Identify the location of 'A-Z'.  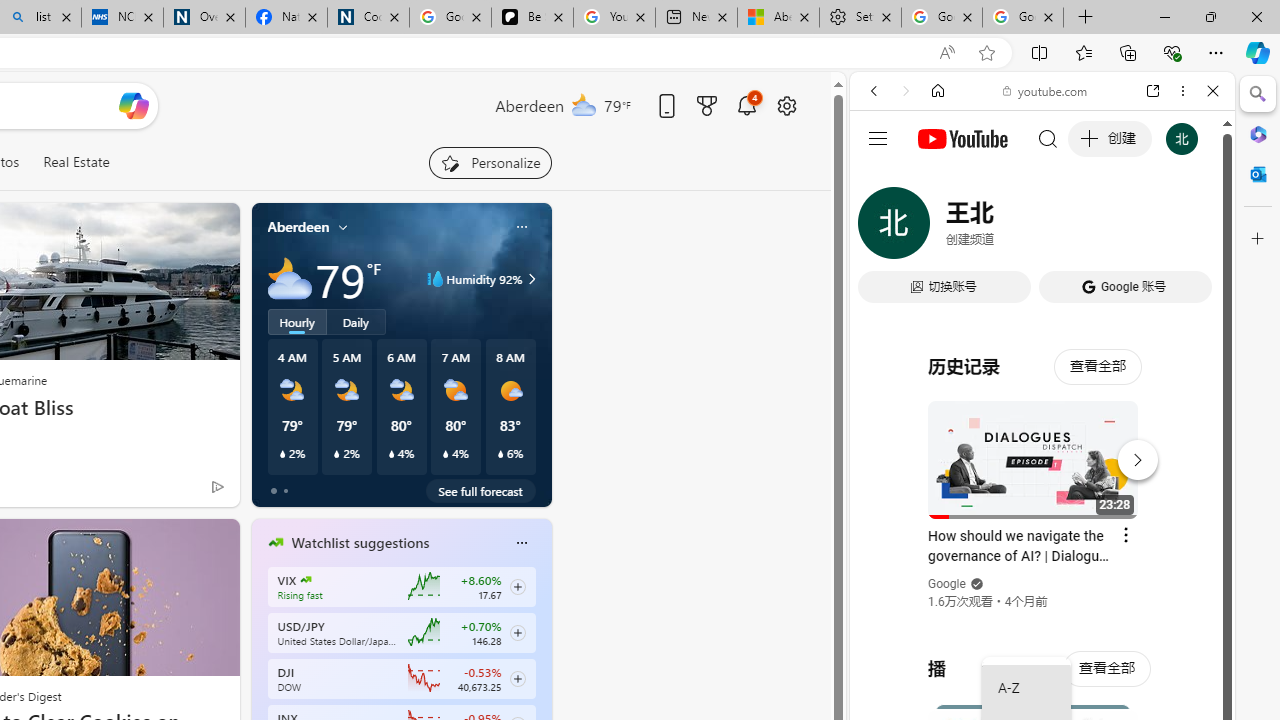
(1026, 688).